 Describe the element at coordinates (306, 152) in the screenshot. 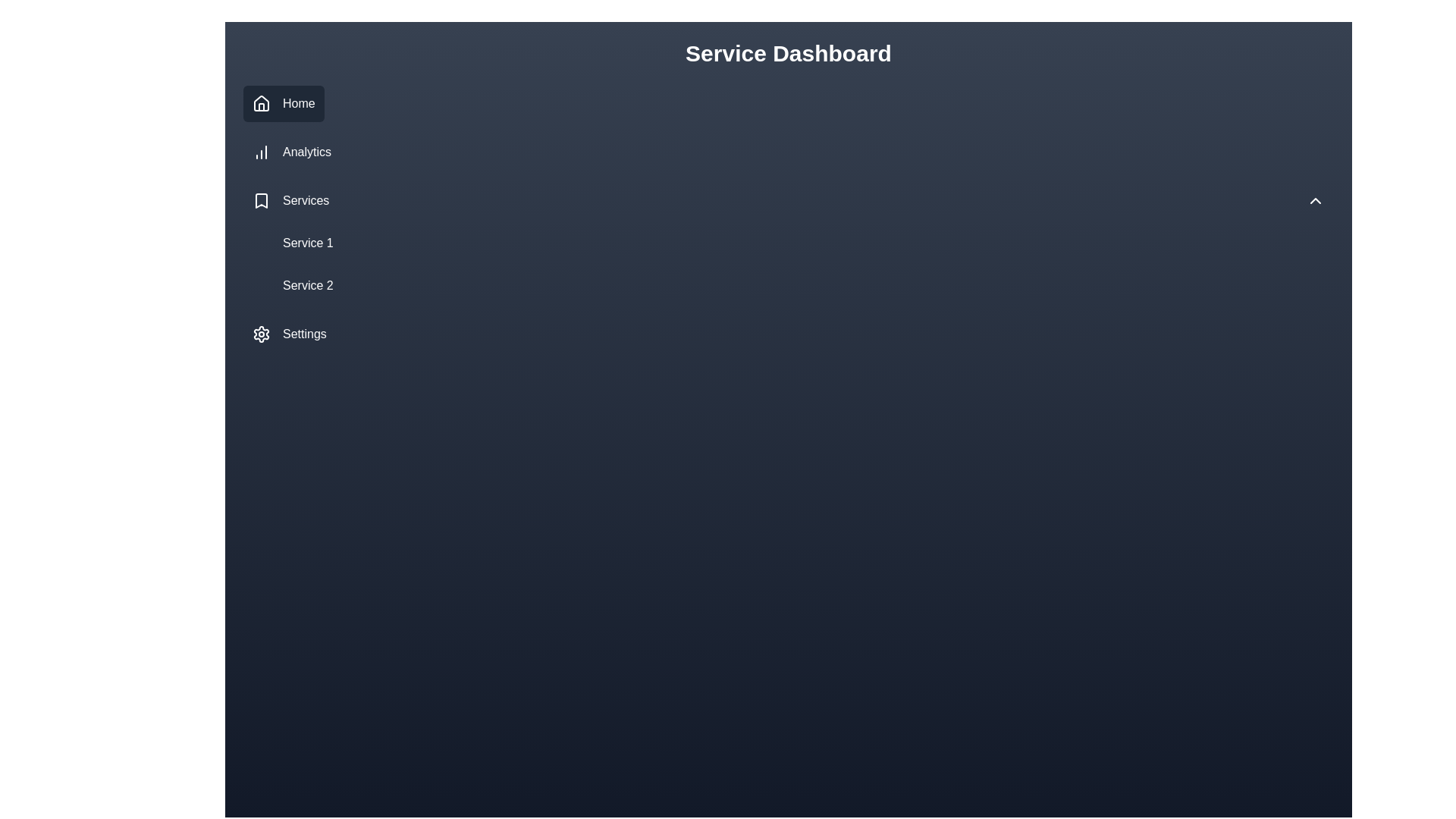

I see `the Text label in the left sidebar navigation menu, which is the second entry beneath the 'Home' item` at that location.